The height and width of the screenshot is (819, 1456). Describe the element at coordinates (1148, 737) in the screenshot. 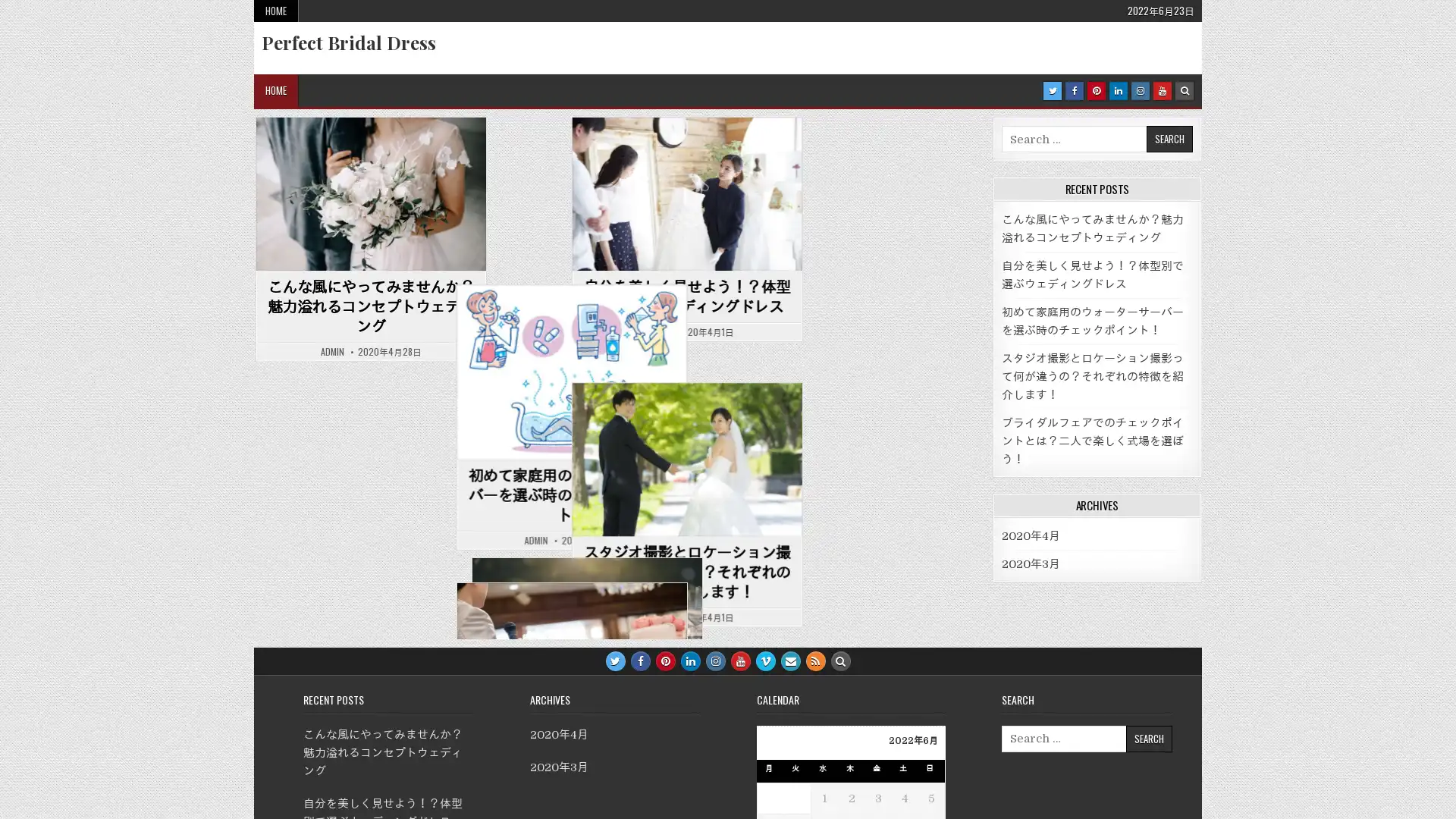

I see `Search` at that location.